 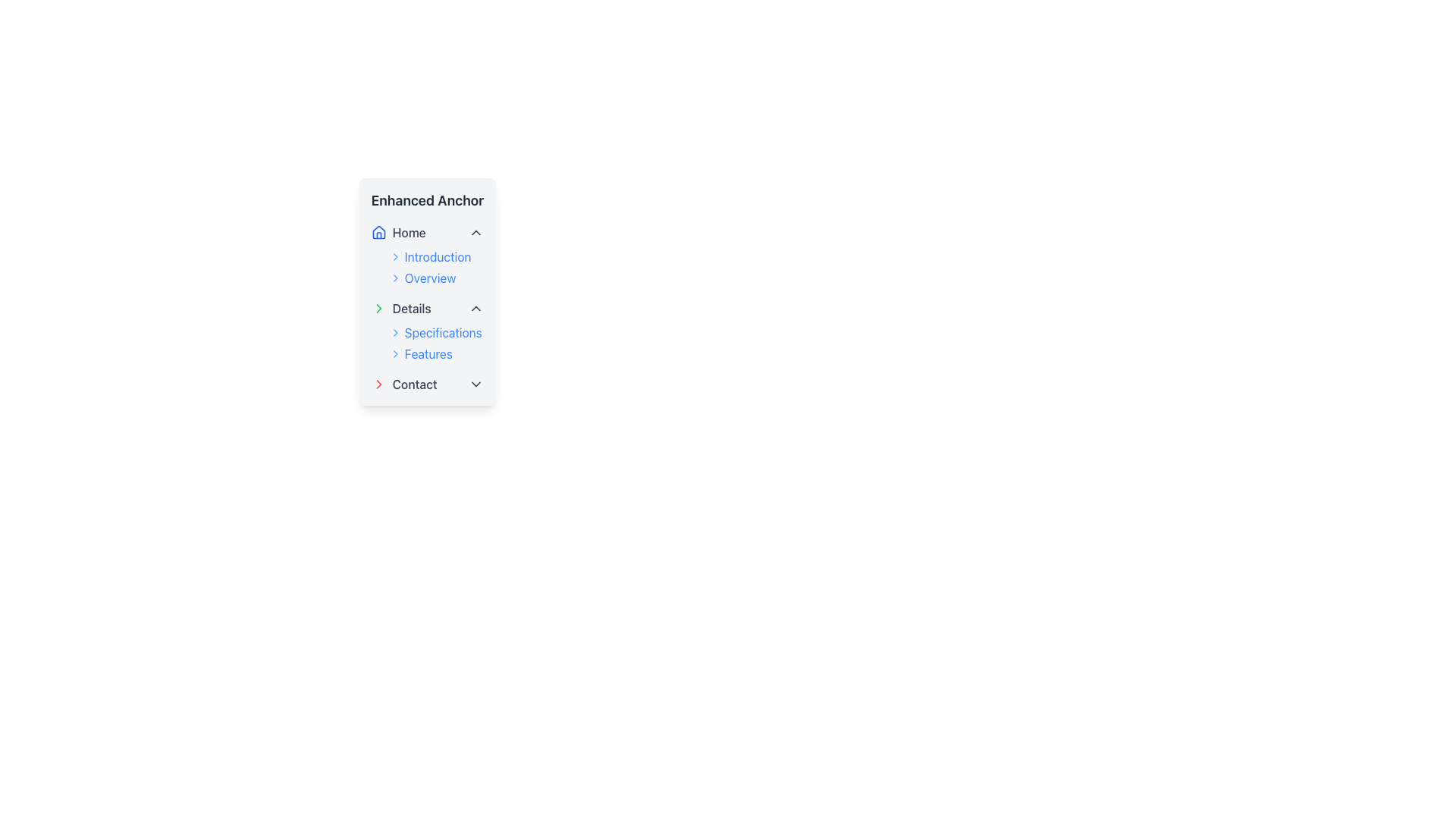 What do you see at coordinates (475, 383) in the screenshot?
I see `the toggle indicator icon located directly to the right of the 'Contact' text in the navigation panel` at bounding box center [475, 383].